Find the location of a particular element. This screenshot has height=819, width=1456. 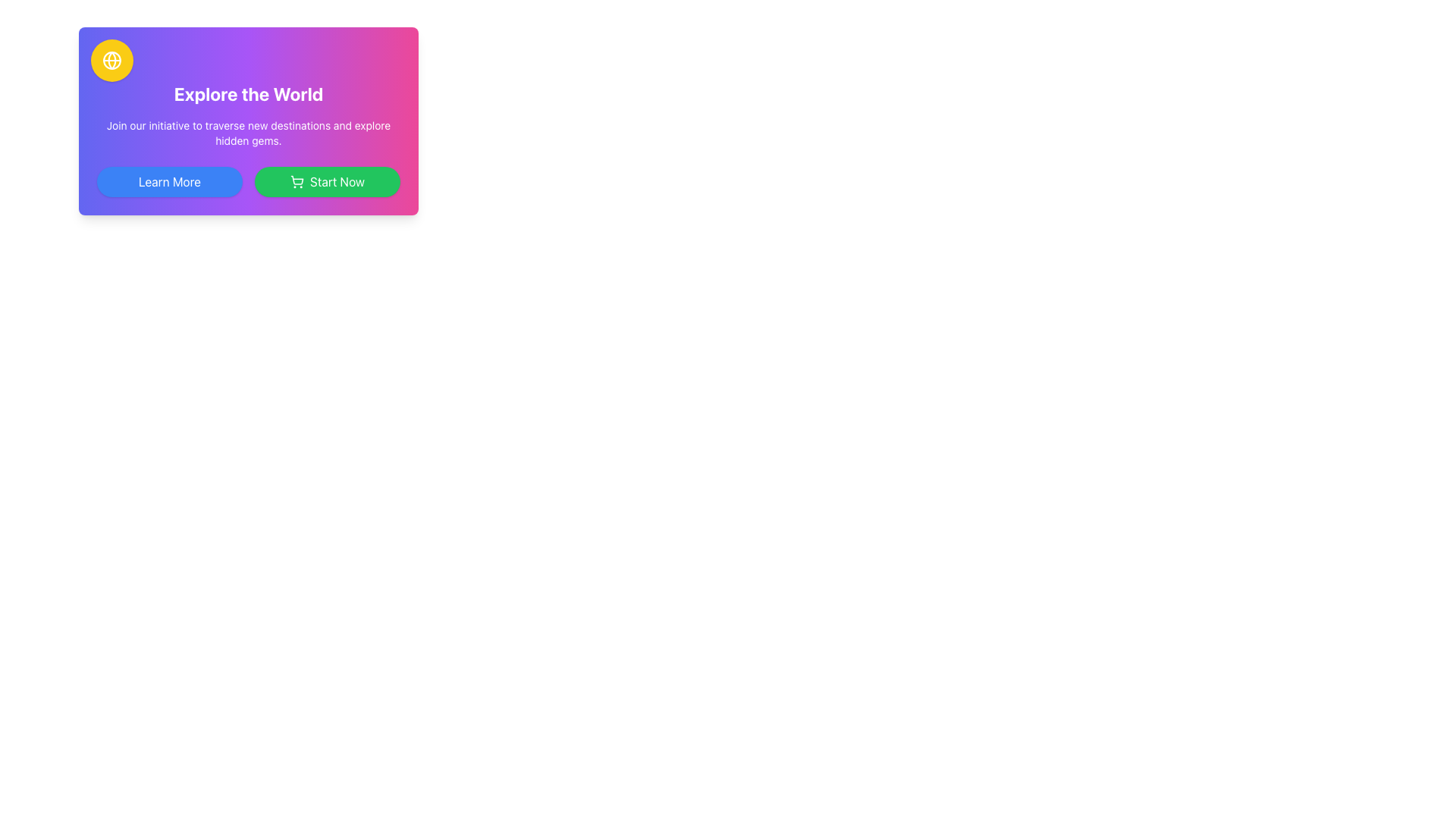

the yellow circular icon located at the top-left corner of the gradient card, which symbolizes global or exploratory themes is located at coordinates (111, 60).